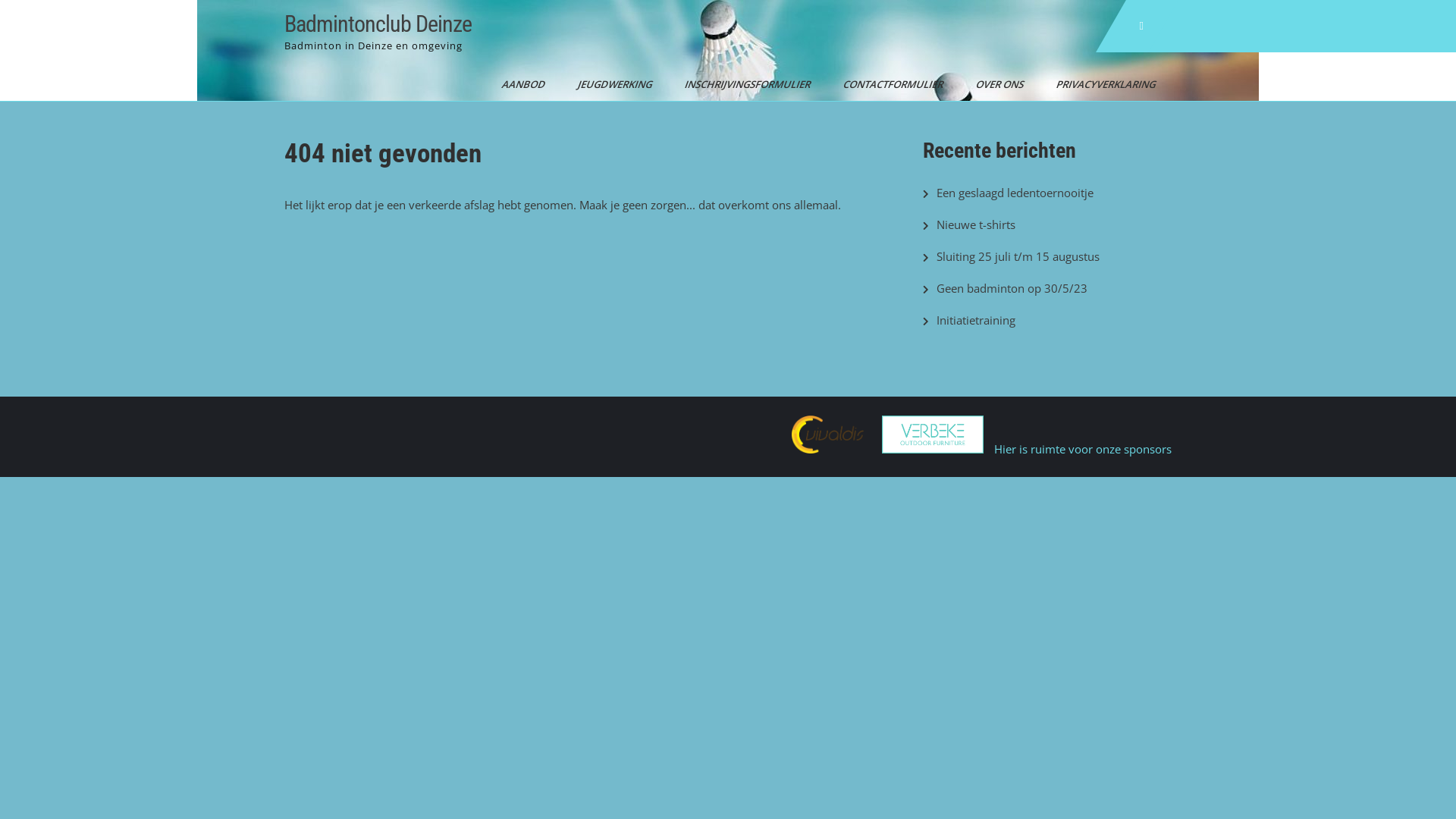  I want to click on 'AANBOD', so click(518, 84).